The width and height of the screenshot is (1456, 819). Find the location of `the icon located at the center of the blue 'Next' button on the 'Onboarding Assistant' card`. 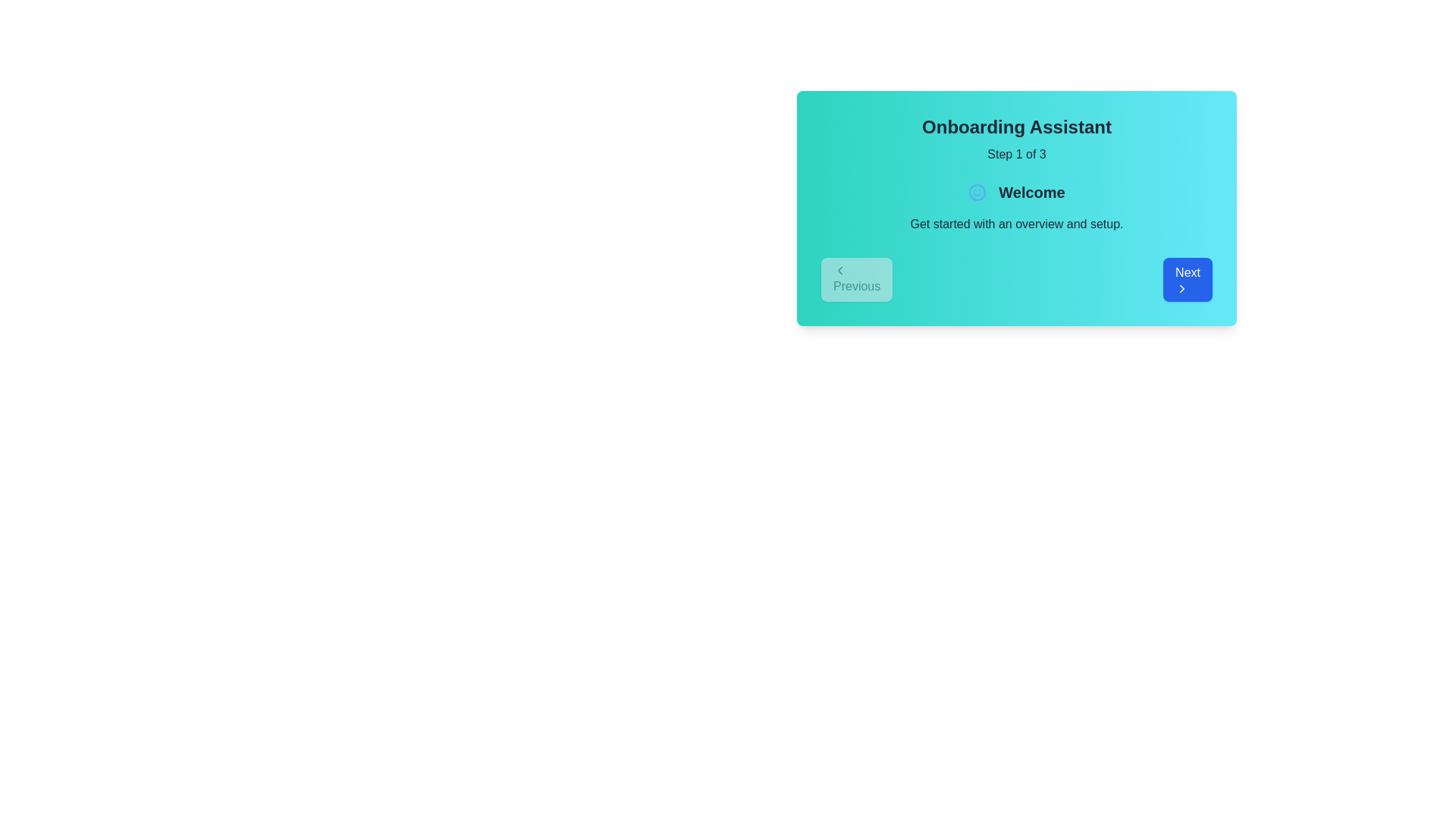

the icon located at the center of the blue 'Next' button on the 'Onboarding Assistant' card is located at coordinates (1181, 289).